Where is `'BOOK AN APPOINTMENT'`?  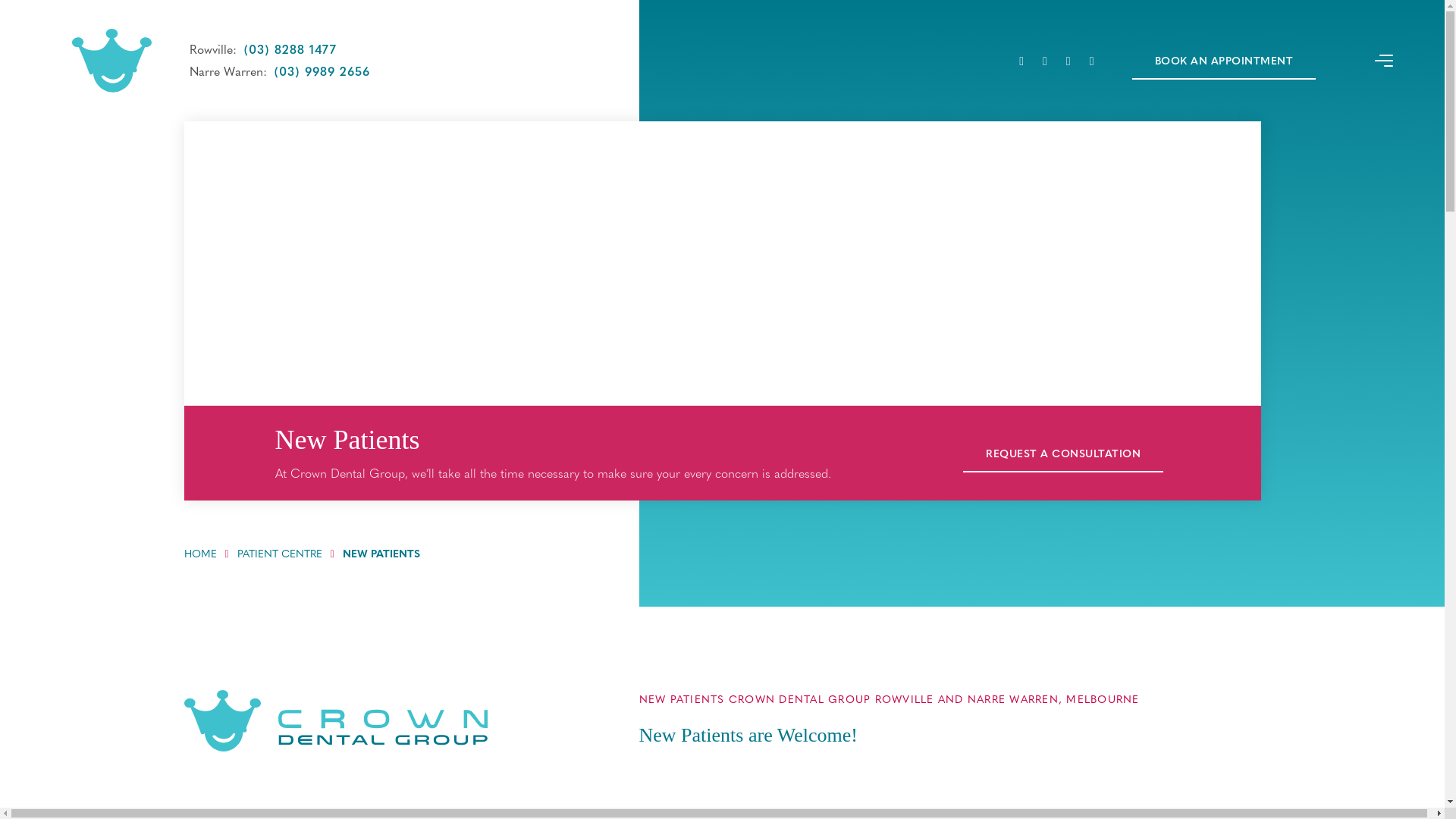
'BOOK AN APPOINTMENT' is located at coordinates (1131, 60).